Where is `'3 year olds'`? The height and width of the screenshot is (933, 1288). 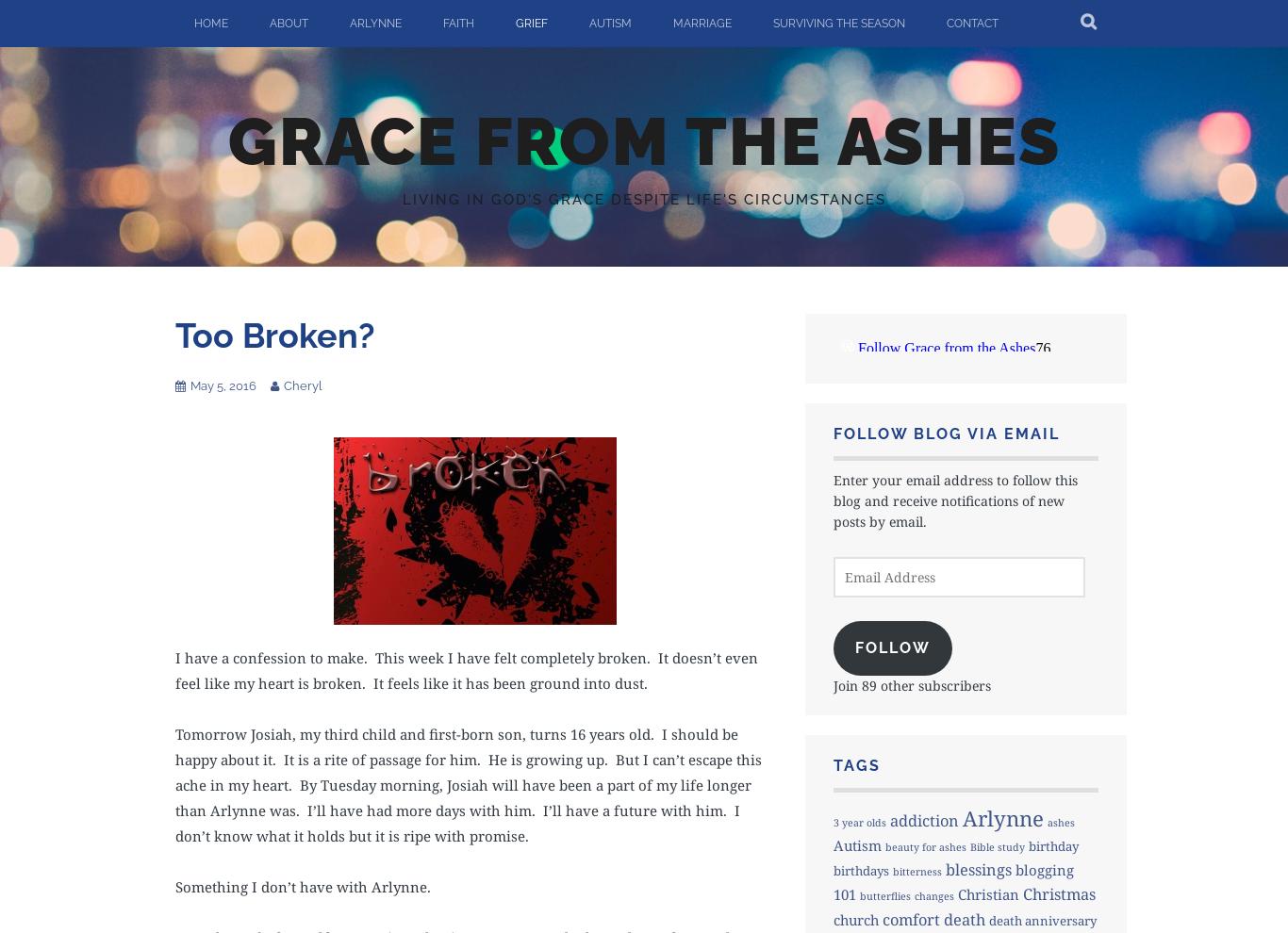 '3 year olds' is located at coordinates (857, 821).